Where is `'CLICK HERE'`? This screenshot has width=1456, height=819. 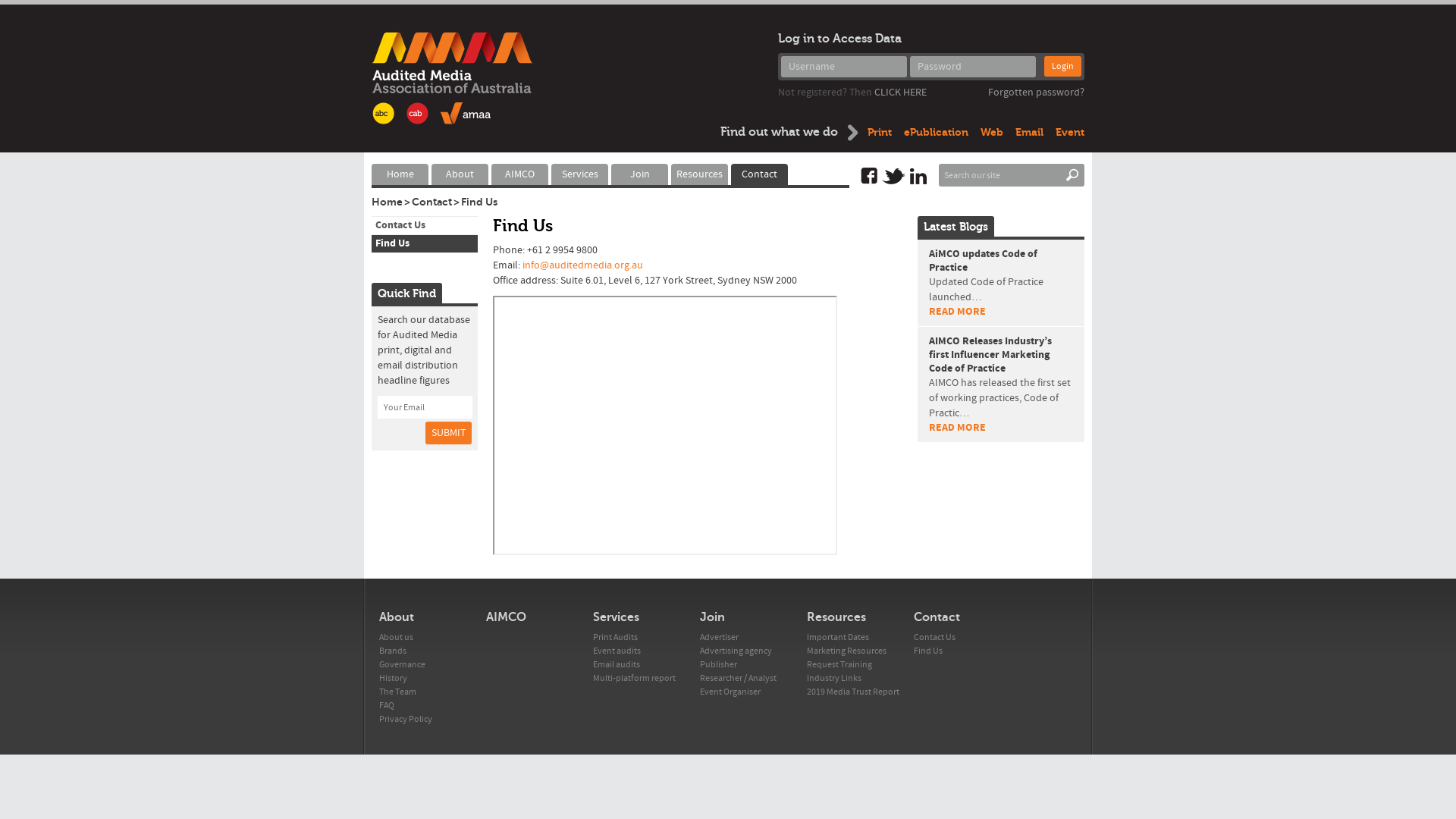
'CLICK HERE' is located at coordinates (900, 93).